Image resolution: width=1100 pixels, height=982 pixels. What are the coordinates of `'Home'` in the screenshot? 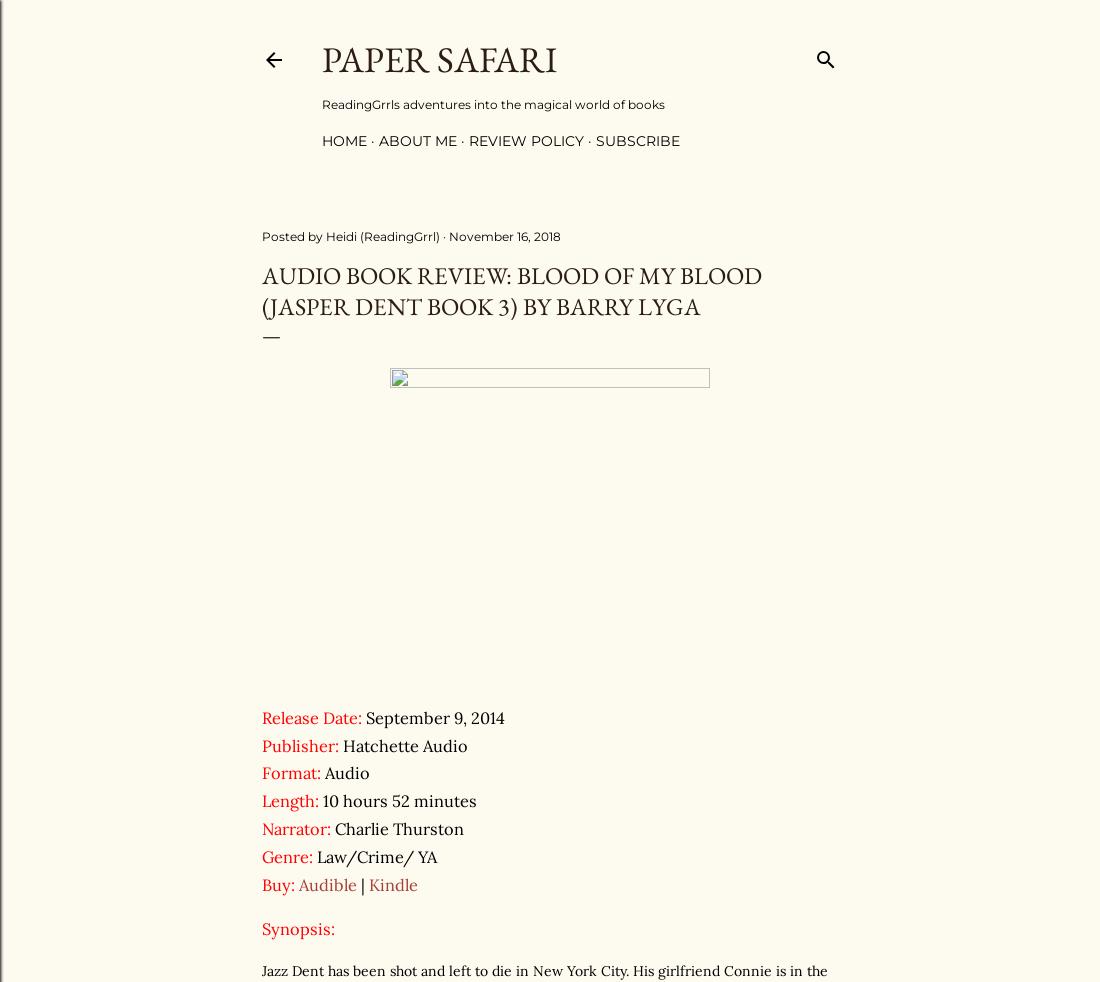 It's located at (343, 140).